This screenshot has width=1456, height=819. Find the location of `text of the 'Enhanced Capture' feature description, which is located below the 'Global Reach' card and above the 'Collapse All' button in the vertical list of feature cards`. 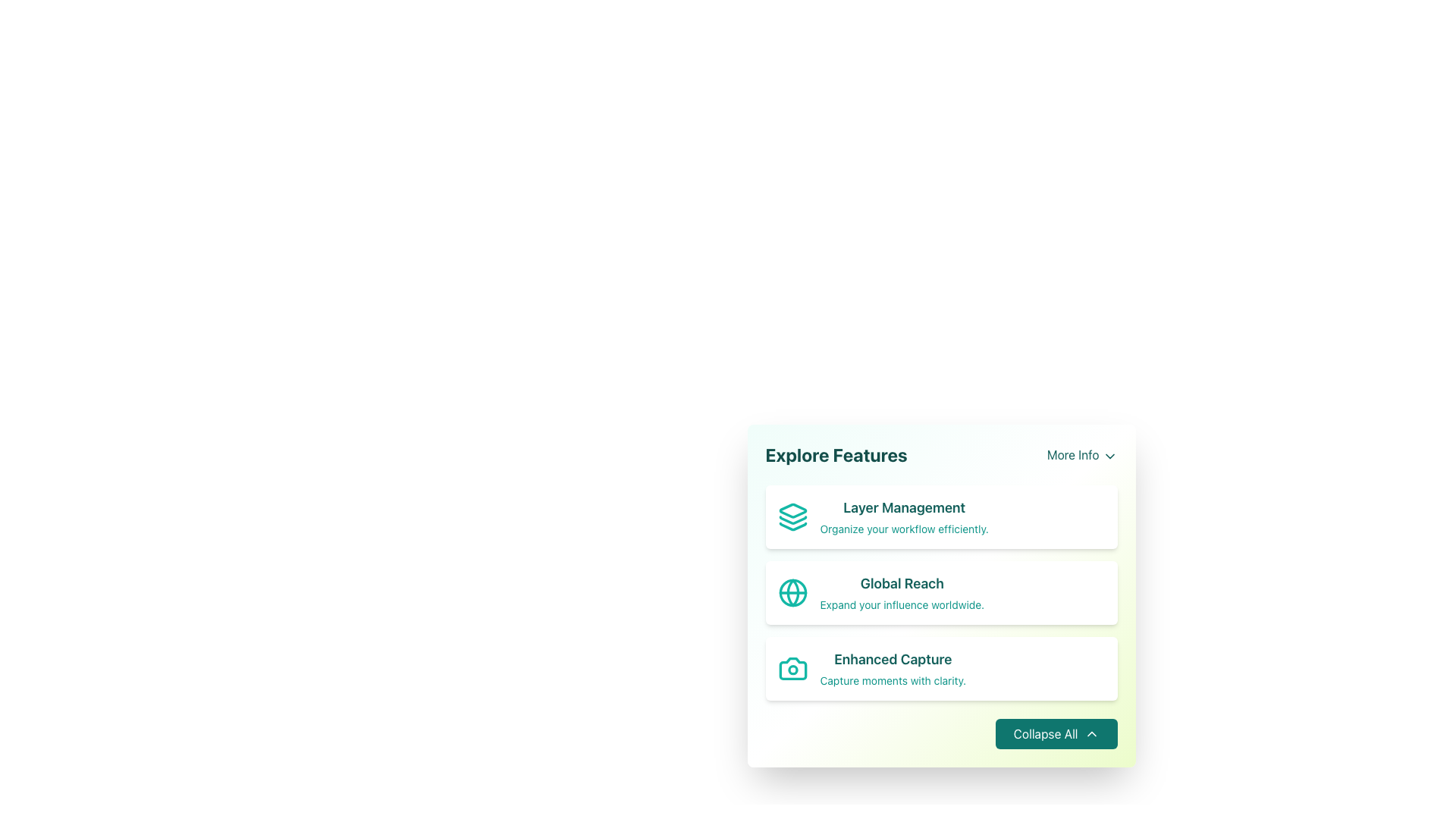

text of the 'Enhanced Capture' feature description, which is located below the 'Global Reach' card and above the 'Collapse All' button in the vertical list of feature cards is located at coordinates (893, 668).